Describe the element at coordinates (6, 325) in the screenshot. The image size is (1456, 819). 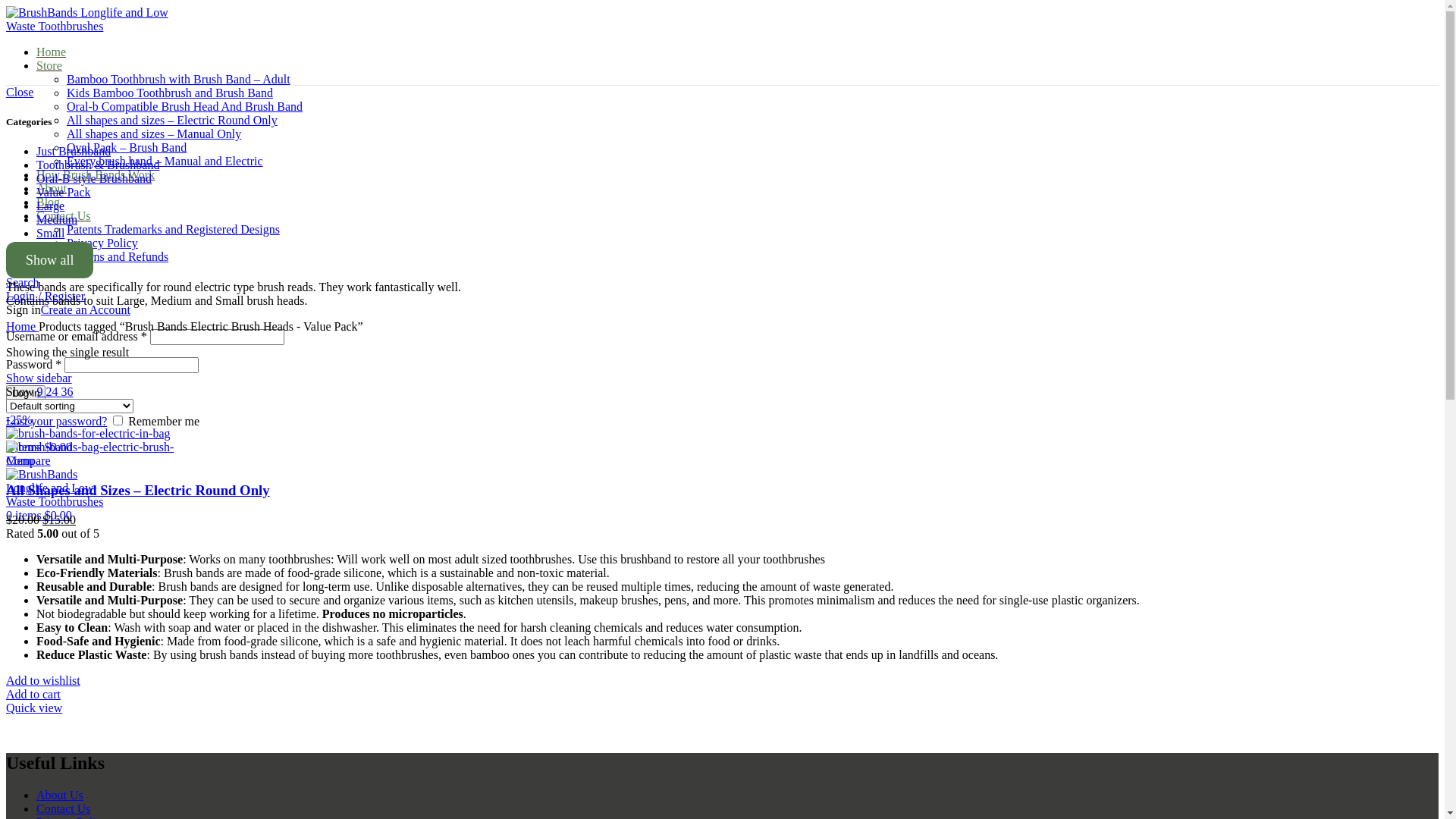
I see `'Home'` at that location.